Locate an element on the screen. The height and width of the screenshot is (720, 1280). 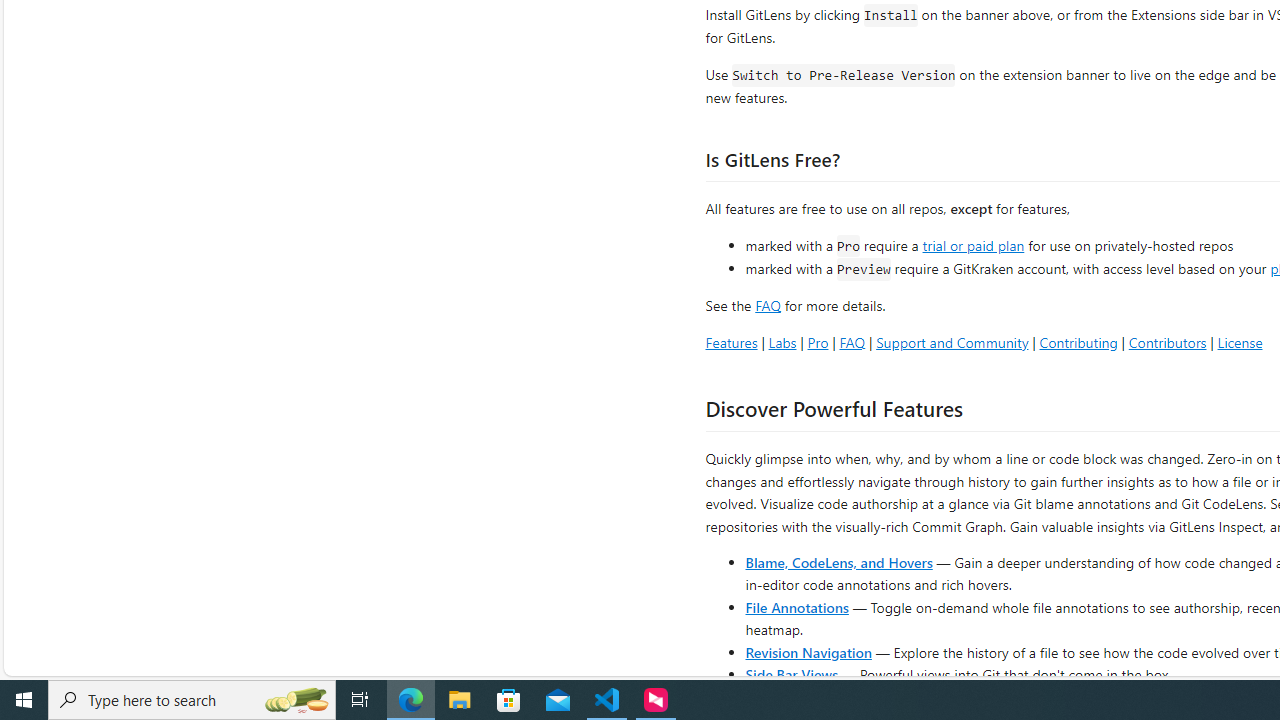
'trial or paid plan' is located at coordinates (973, 243).